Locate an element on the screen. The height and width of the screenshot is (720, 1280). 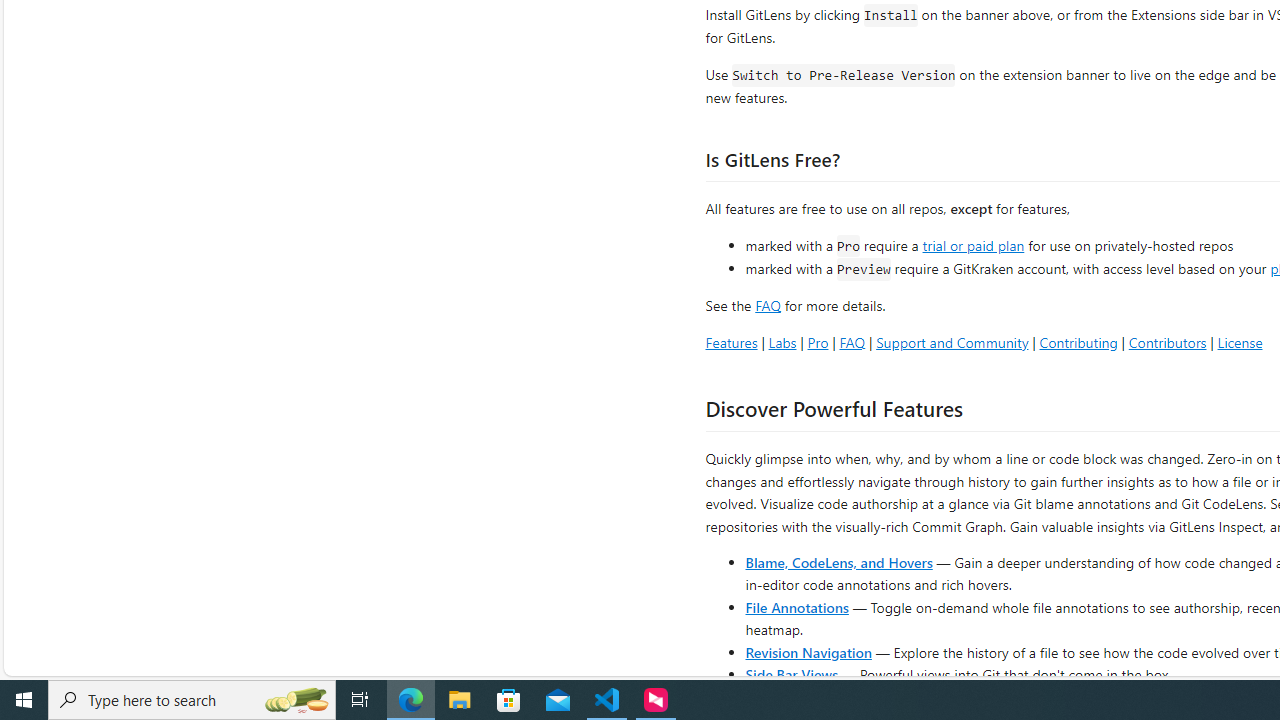
'trial or paid plan' is located at coordinates (973, 243).